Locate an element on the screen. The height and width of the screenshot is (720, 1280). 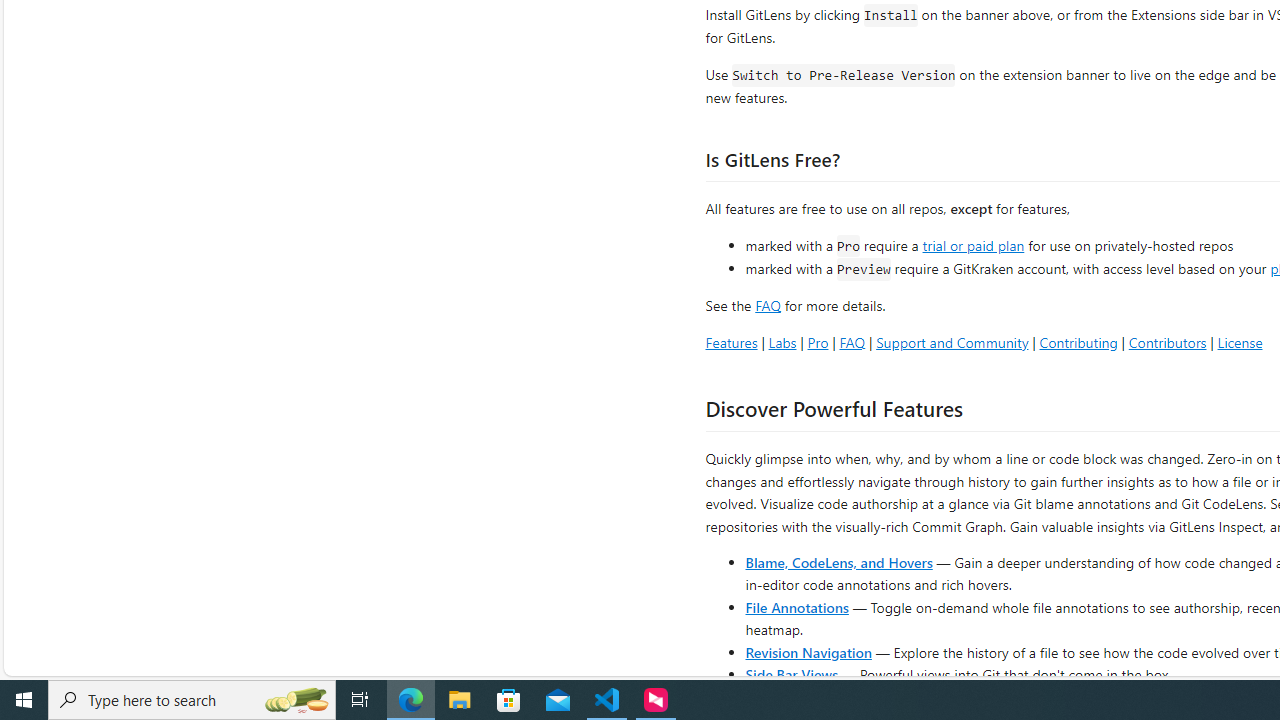
'trial or paid plan' is located at coordinates (973, 243).